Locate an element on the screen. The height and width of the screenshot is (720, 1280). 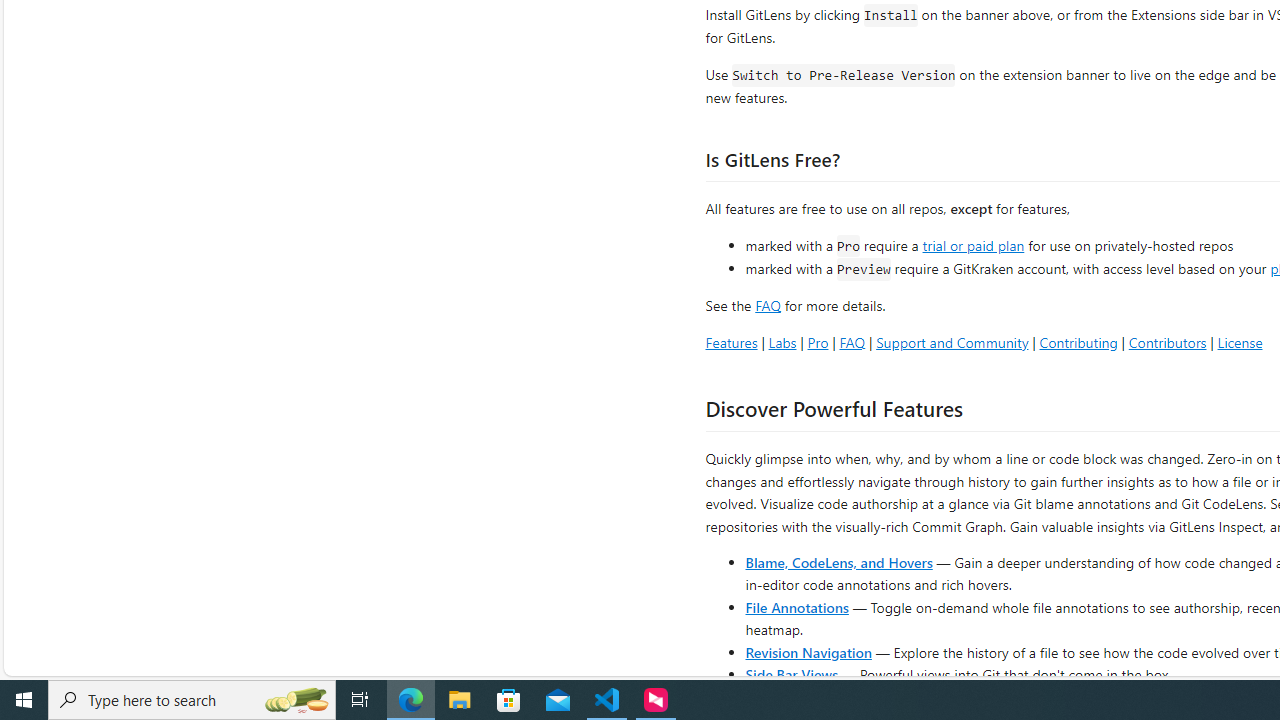
'trial or paid plan' is located at coordinates (973, 243).